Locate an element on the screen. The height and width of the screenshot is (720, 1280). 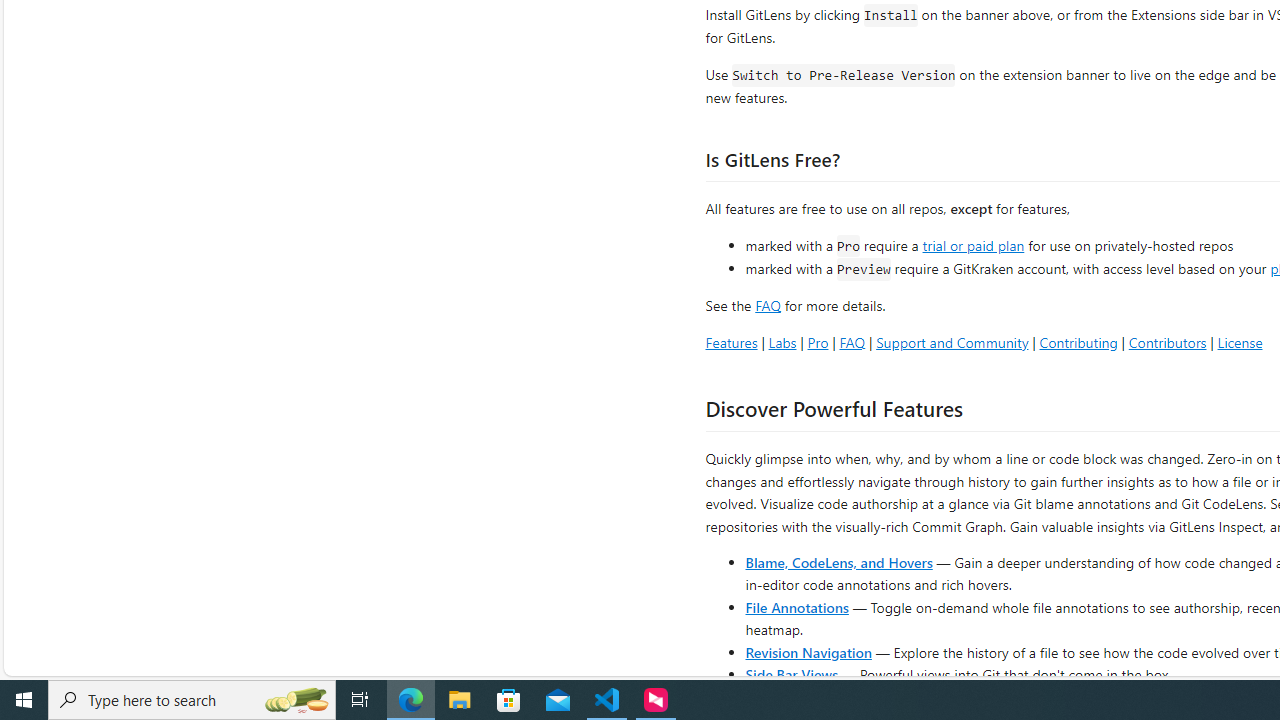
'trial or paid plan' is located at coordinates (973, 243).